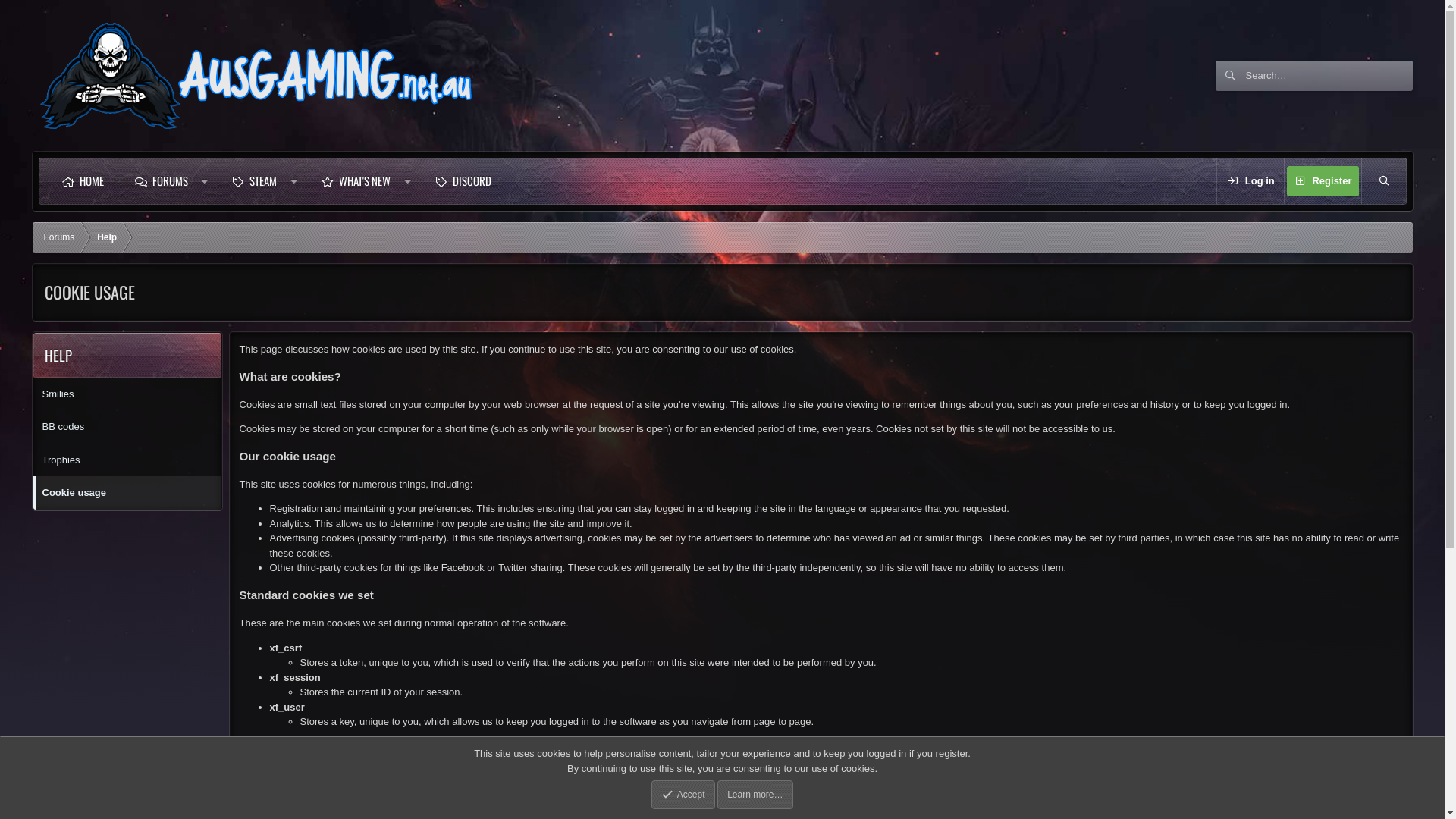 The width and height of the screenshot is (1456, 819). What do you see at coordinates (127, 458) in the screenshot?
I see `'Trophies'` at bounding box center [127, 458].